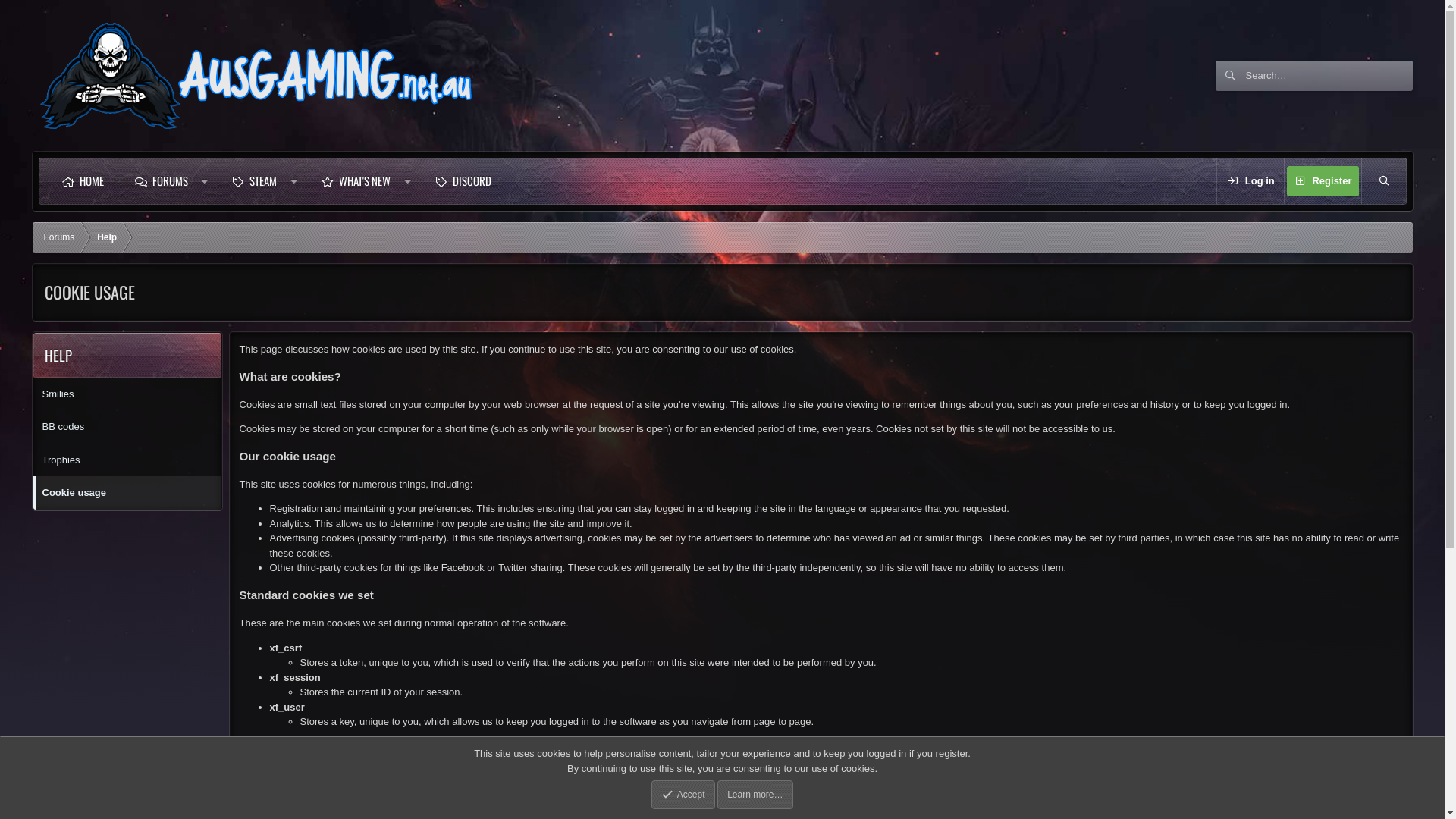 The width and height of the screenshot is (1456, 819). What do you see at coordinates (127, 458) in the screenshot?
I see `'Trophies'` at bounding box center [127, 458].